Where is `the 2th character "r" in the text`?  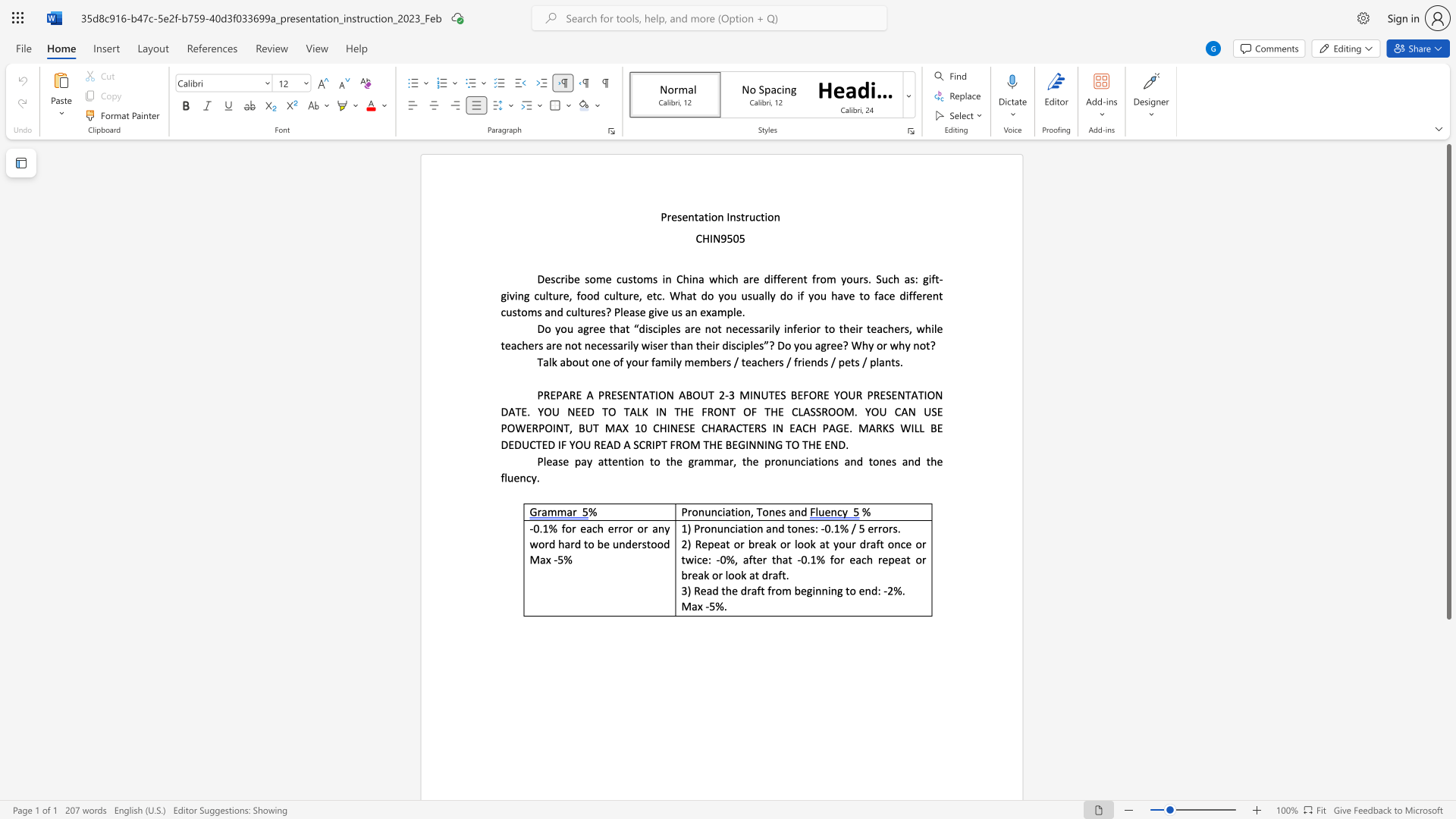
the 2th character "r" in the text is located at coordinates (731, 460).